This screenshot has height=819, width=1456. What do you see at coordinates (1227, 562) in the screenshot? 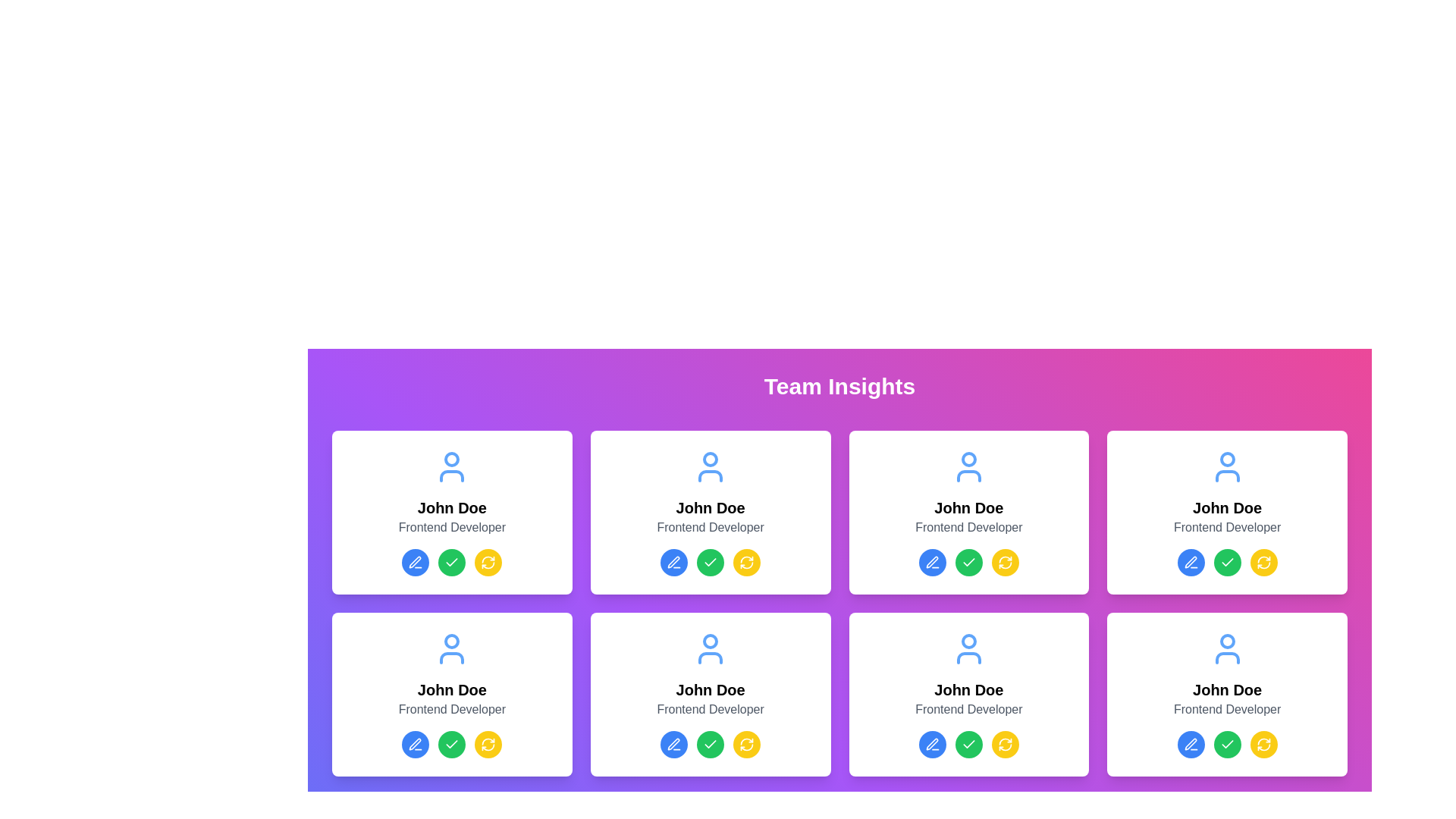
I see `the green circular confirmation button with a white checkmark, located at the bottom-right corner of the second user card in the second row, positioned between a blue pencil icon and a yellow refresh icon` at bounding box center [1227, 562].